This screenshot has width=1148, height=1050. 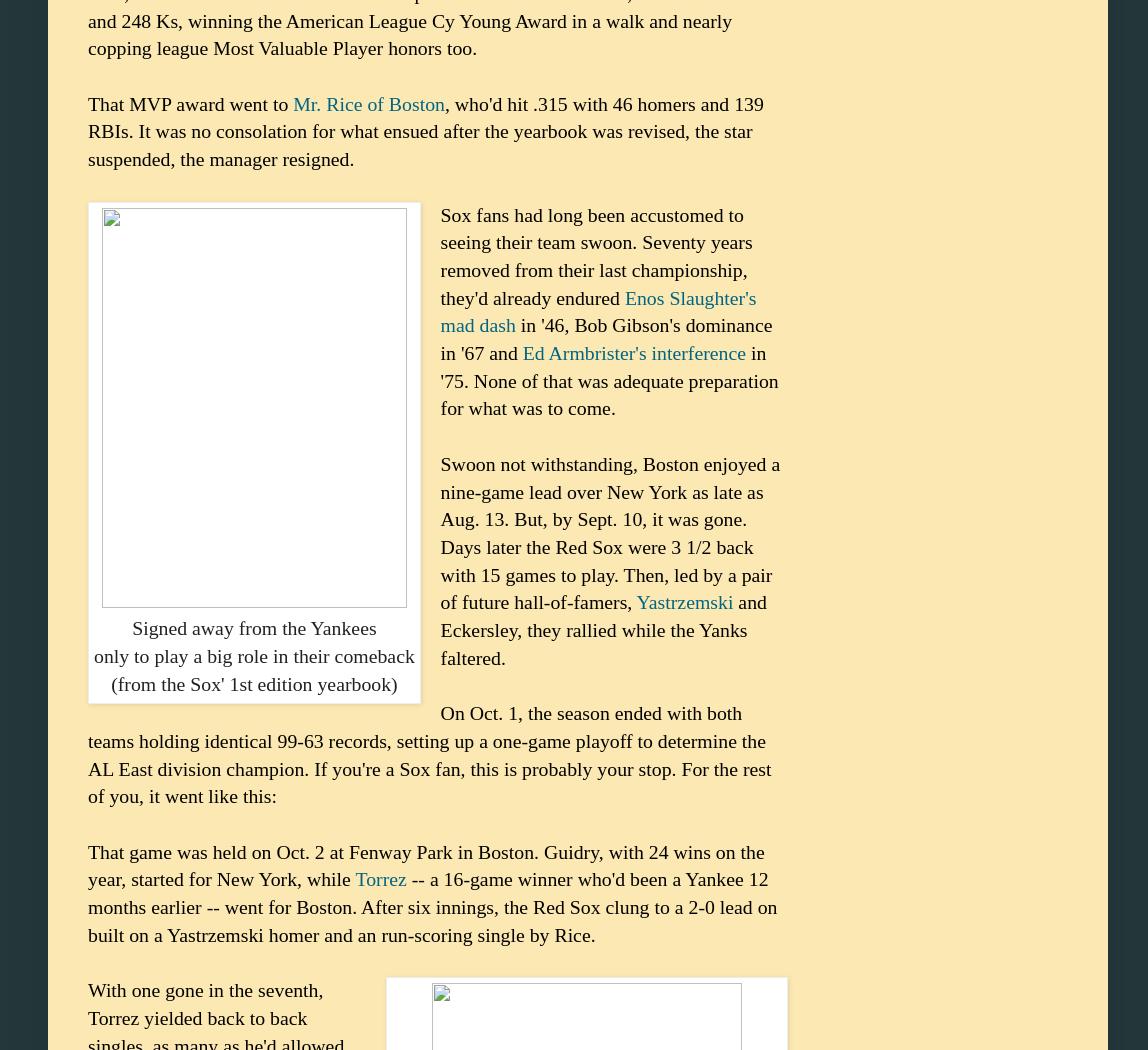 What do you see at coordinates (253, 628) in the screenshot?
I see `'Signed away from the Yankees'` at bounding box center [253, 628].